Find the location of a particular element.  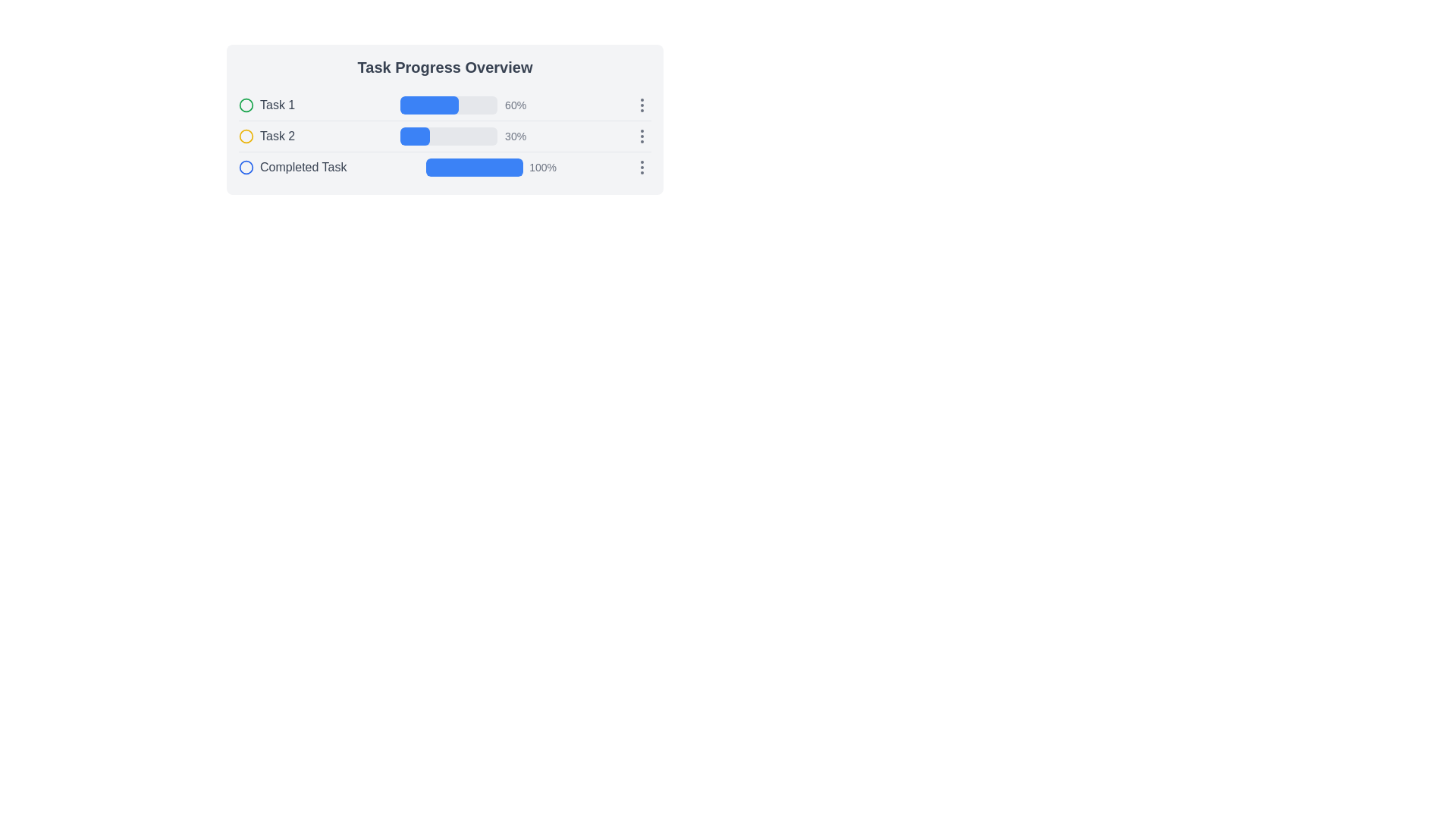

the progress bar indicating 30% completion for 'Task 2' in the 'Task Progress Overview' list is located at coordinates (448, 136).